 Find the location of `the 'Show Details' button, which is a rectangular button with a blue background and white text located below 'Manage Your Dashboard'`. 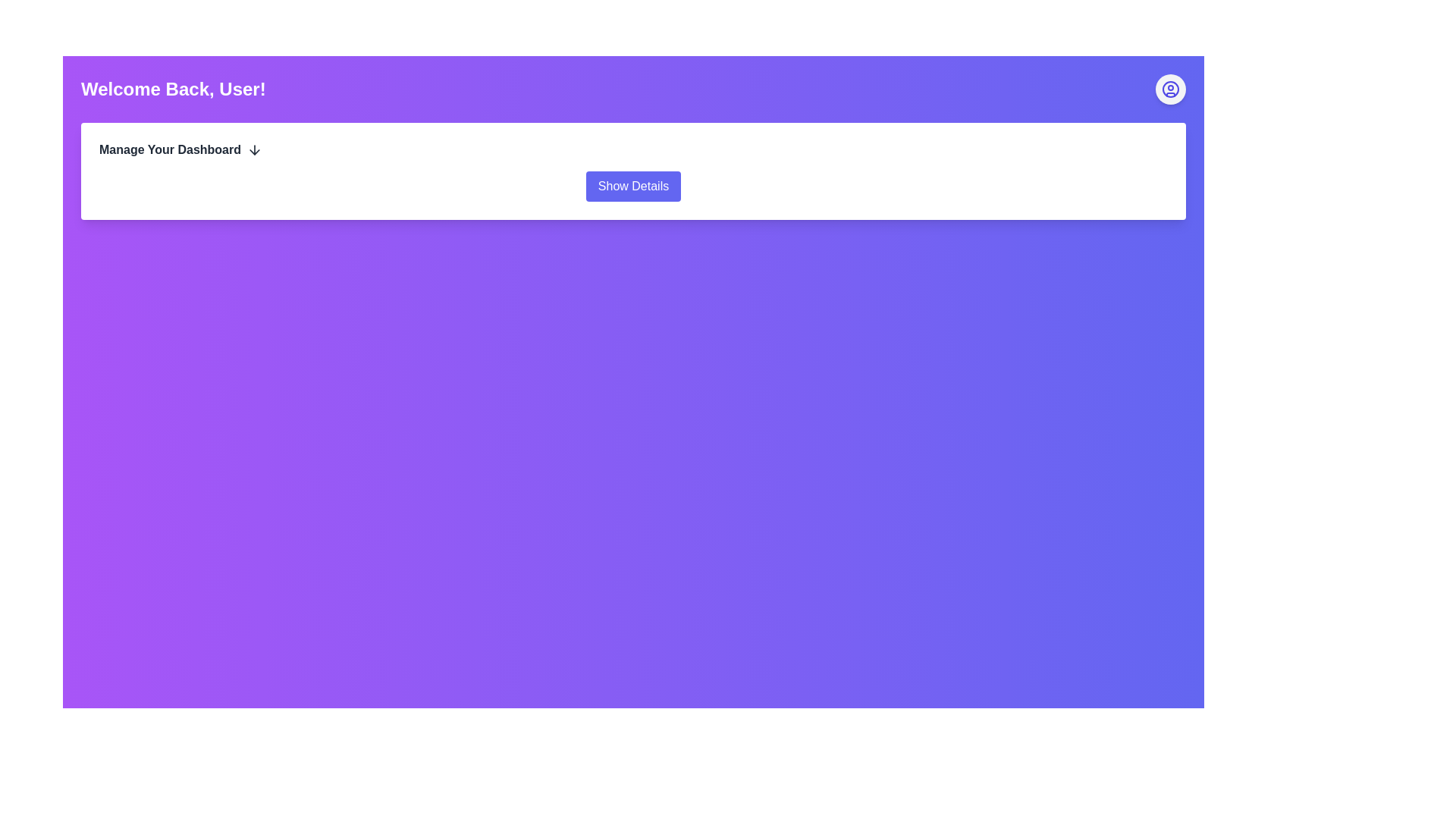

the 'Show Details' button, which is a rectangular button with a blue background and white text located below 'Manage Your Dashboard' is located at coordinates (633, 186).